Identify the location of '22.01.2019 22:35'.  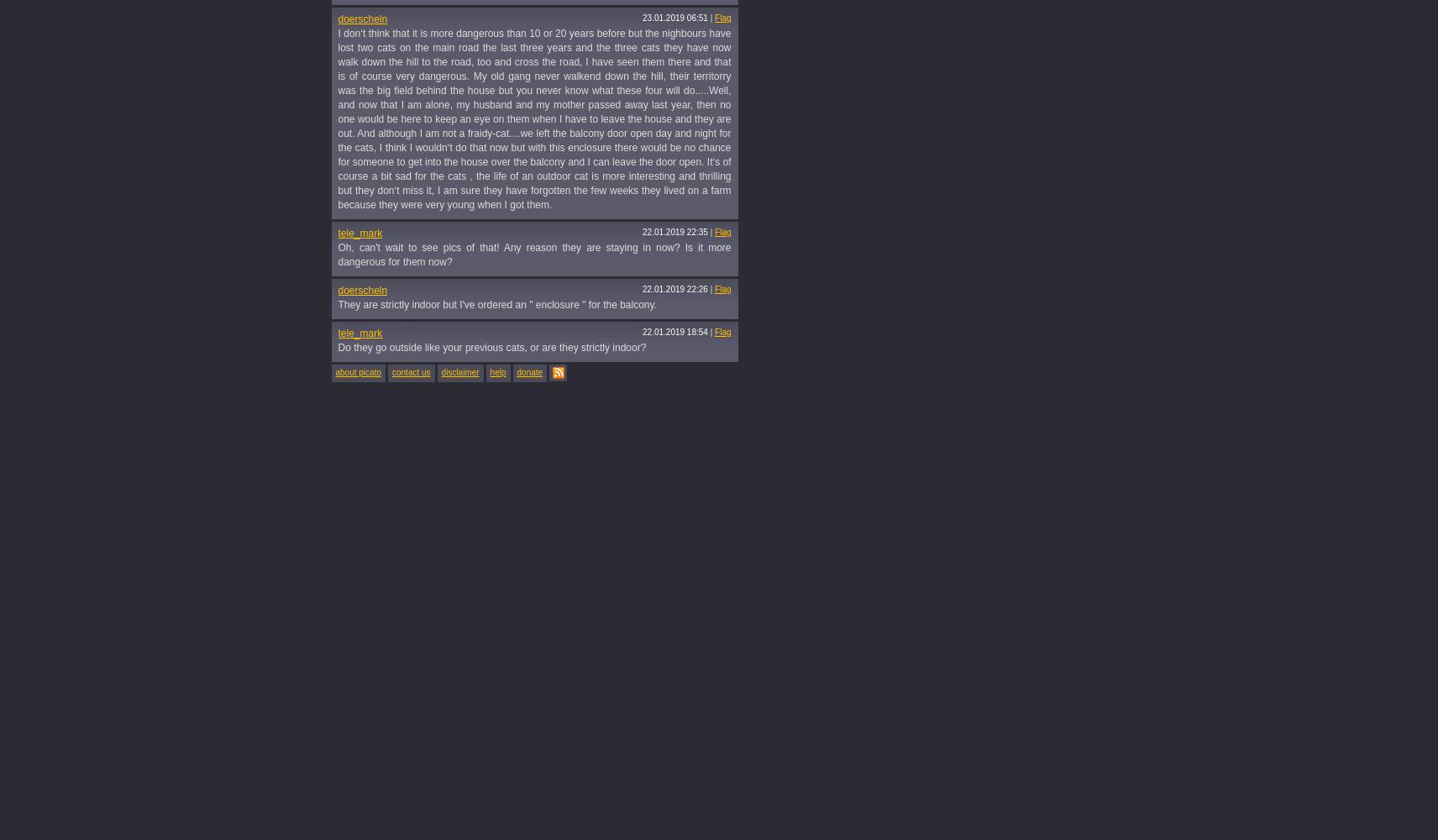
(674, 232).